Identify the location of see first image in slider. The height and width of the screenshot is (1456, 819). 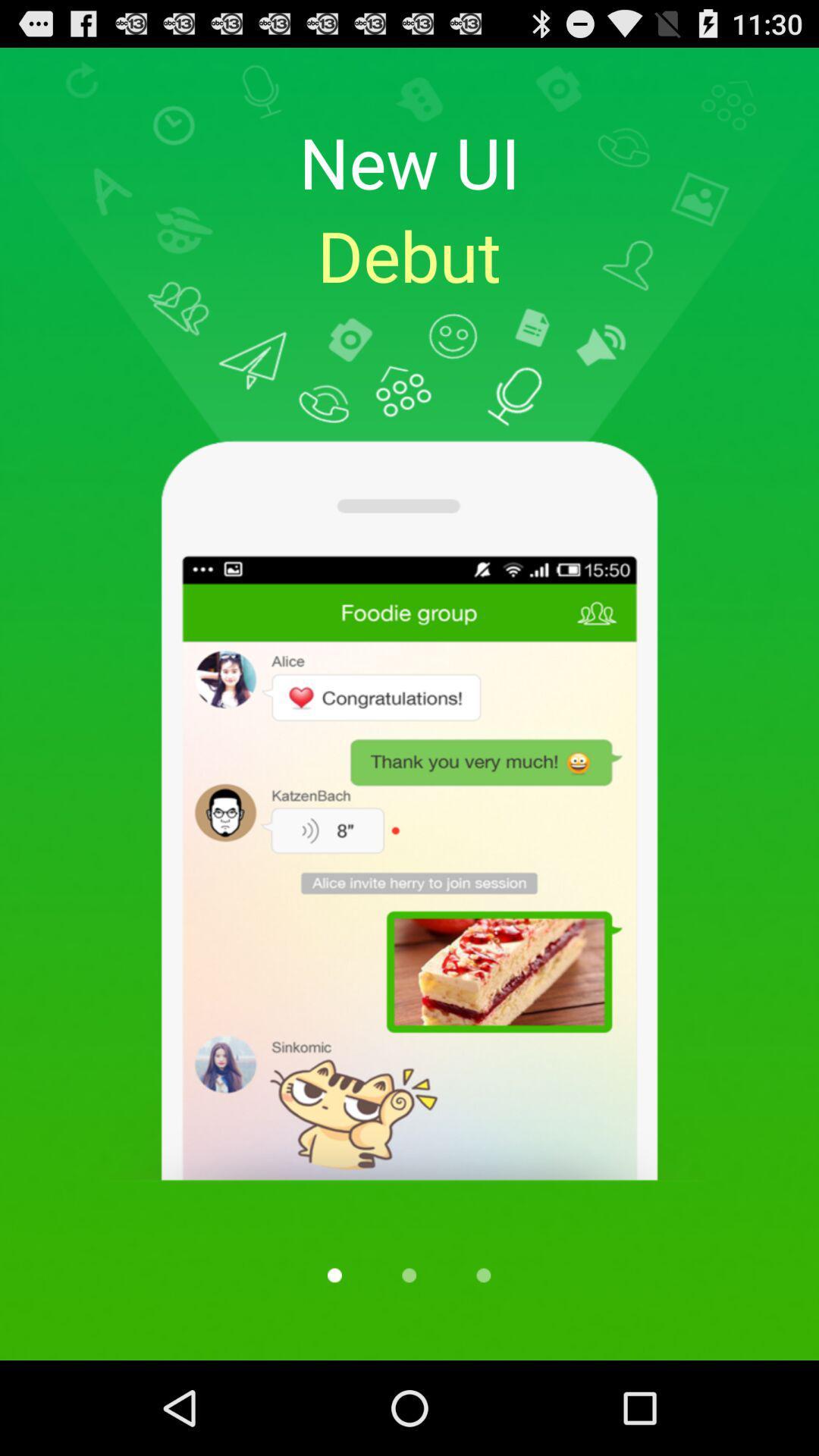
(334, 1274).